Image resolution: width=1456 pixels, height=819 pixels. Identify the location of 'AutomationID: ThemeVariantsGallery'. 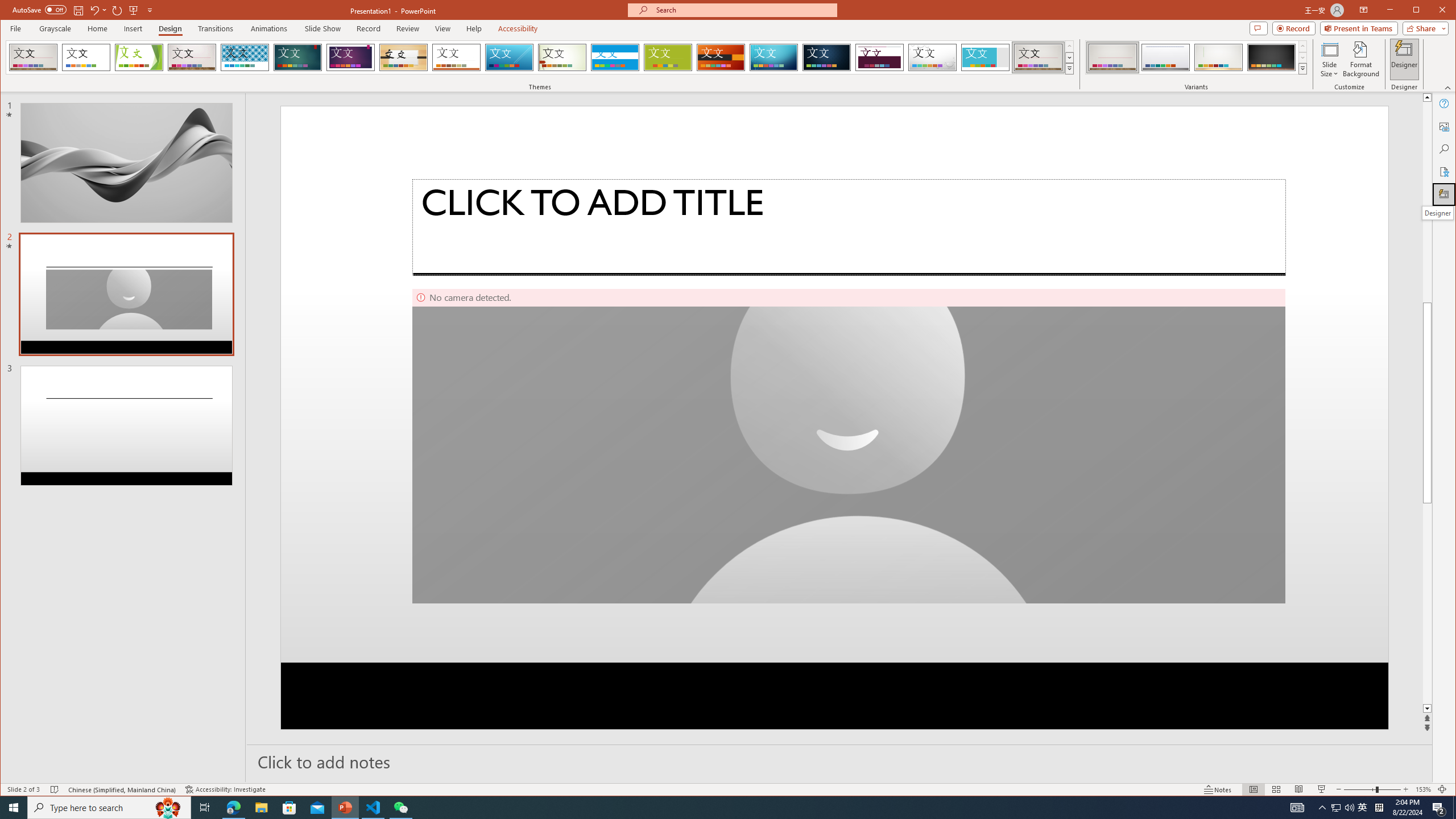
(1196, 56).